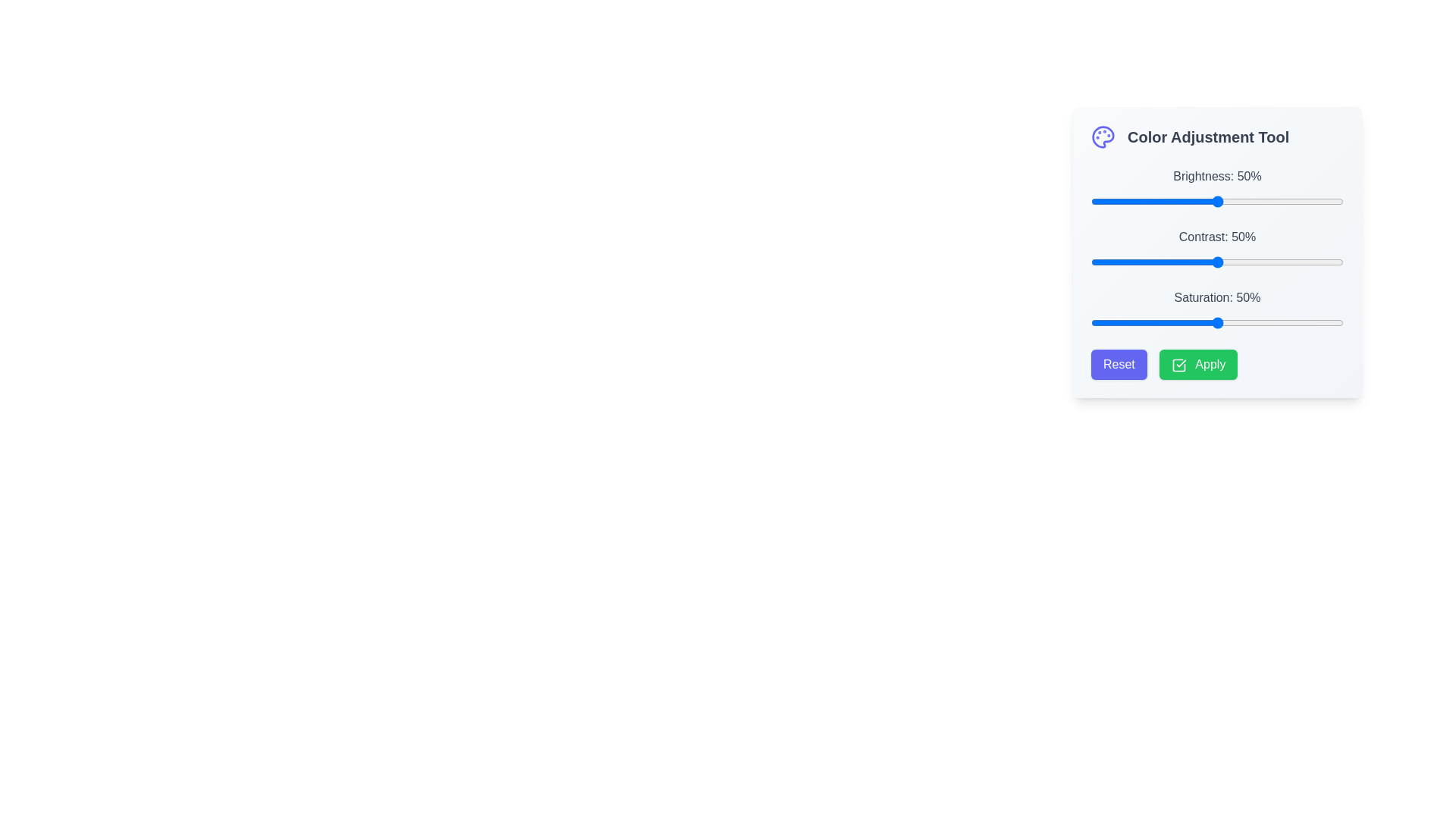  I want to click on the 'Reset' button with a purple background and rounded corners to observe the hover effect, so click(1119, 365).